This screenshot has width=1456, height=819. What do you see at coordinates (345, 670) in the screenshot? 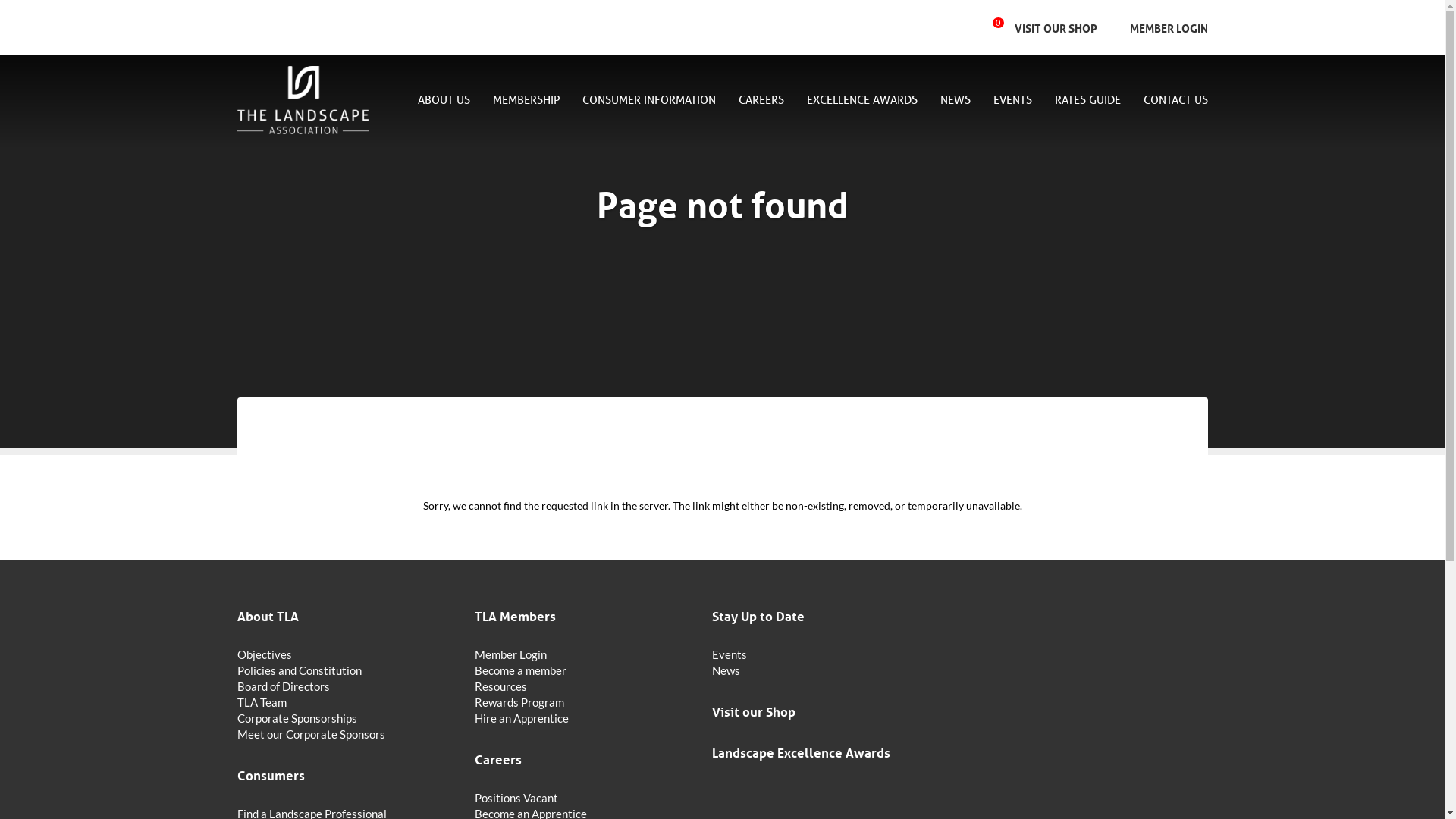
I see `'Policies and Constitution'` at bounding box center [345, 670].